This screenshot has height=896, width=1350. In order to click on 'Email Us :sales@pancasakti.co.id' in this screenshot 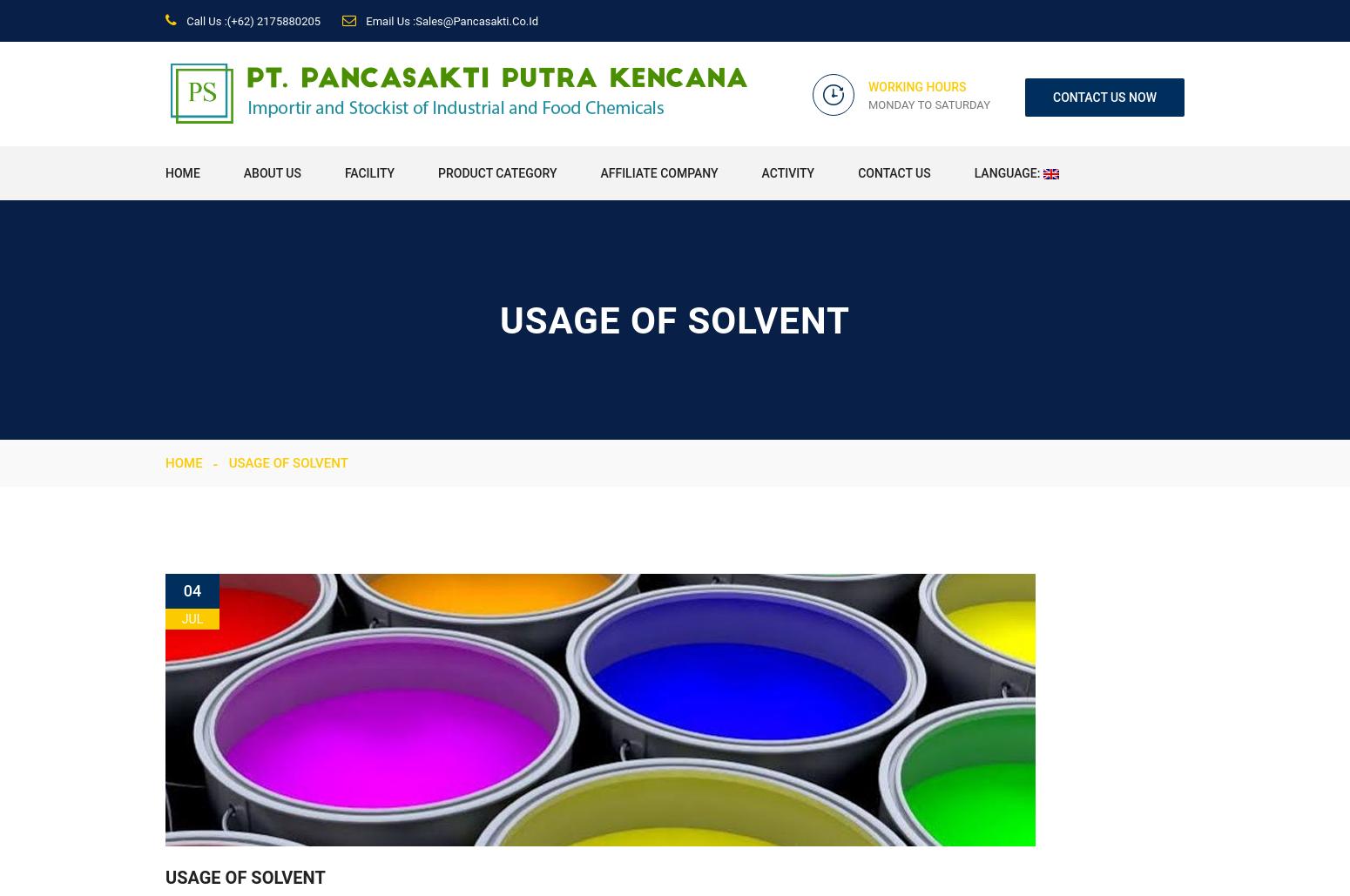, I will do `click(449, 21)`.